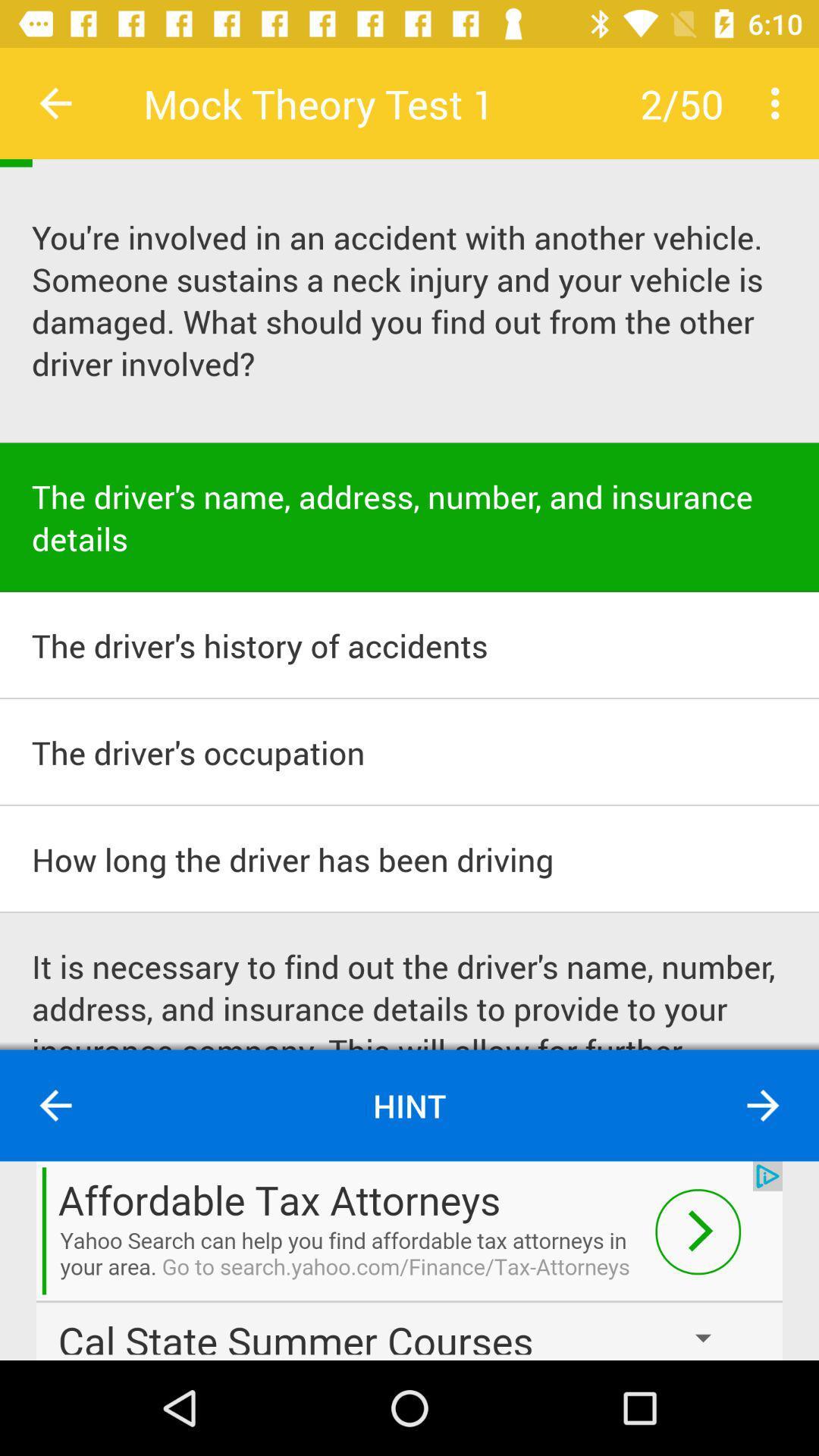 The image size is (819, 1456). What do you see at coordinates (55, 102) in the screenshot?
I see `previous` at bounding box center [55, 102].